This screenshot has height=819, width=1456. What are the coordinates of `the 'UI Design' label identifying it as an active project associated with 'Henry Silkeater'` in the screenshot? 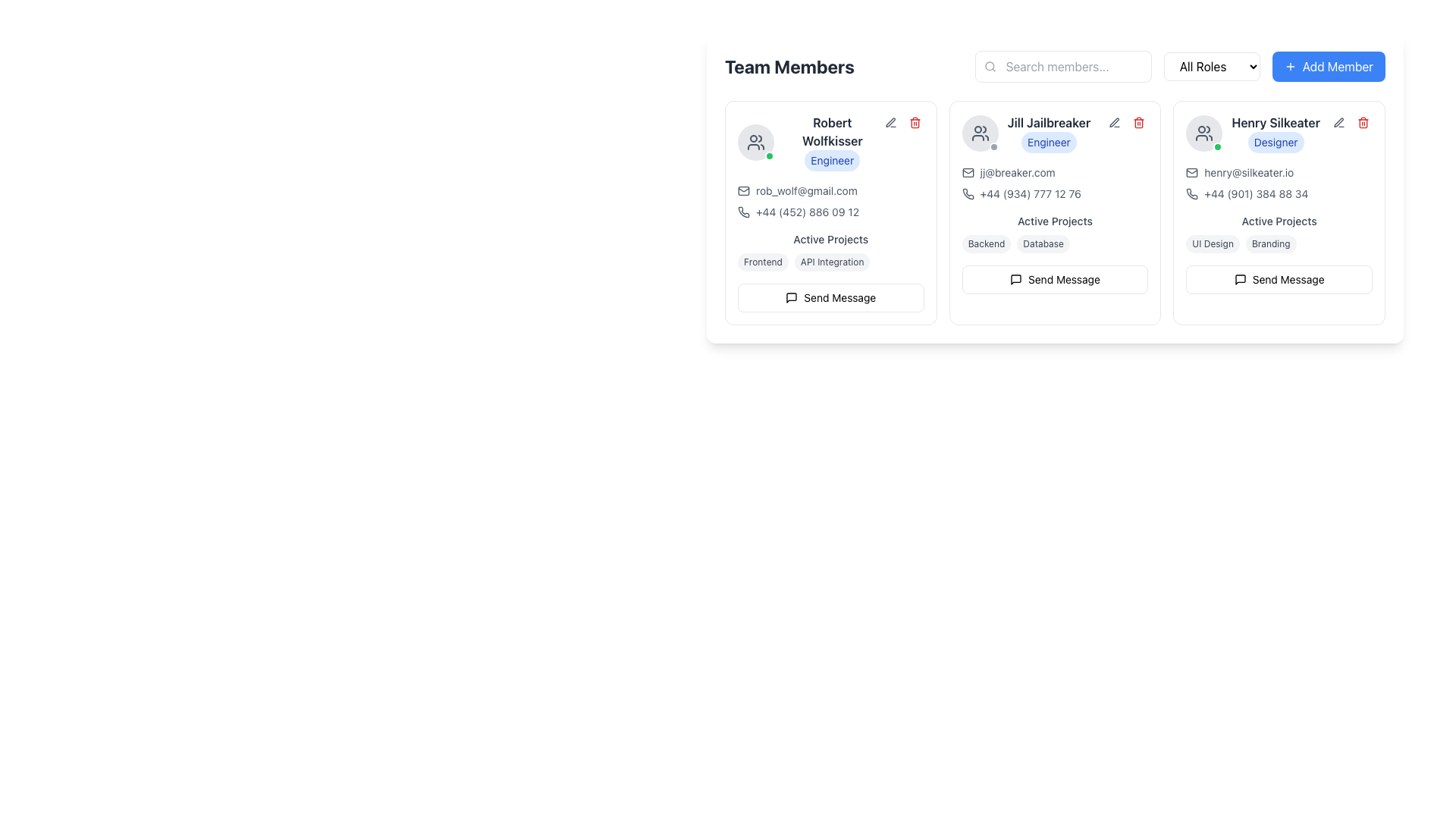 It's located at (1212, 243).